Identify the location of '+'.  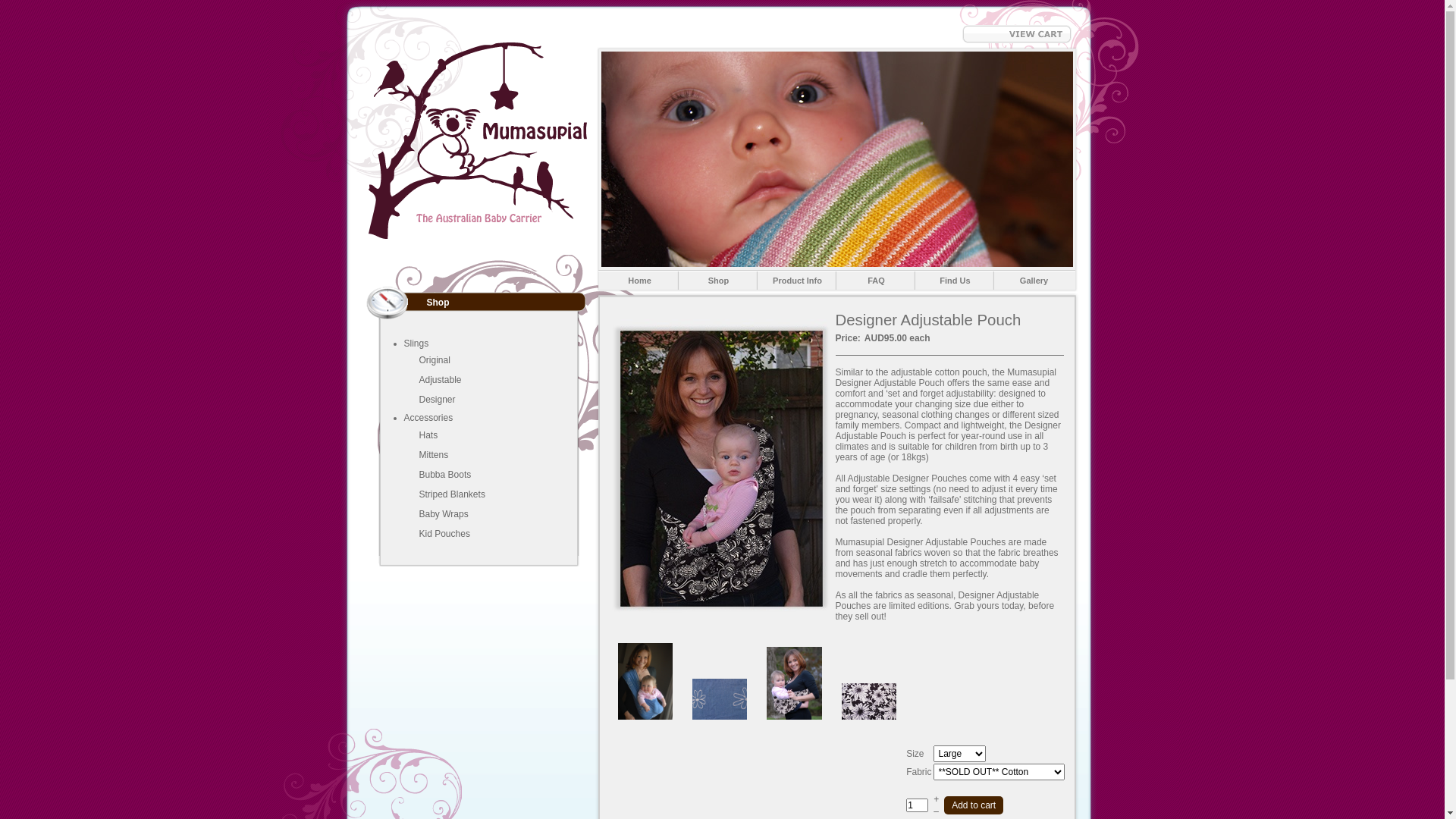
(935, 798).